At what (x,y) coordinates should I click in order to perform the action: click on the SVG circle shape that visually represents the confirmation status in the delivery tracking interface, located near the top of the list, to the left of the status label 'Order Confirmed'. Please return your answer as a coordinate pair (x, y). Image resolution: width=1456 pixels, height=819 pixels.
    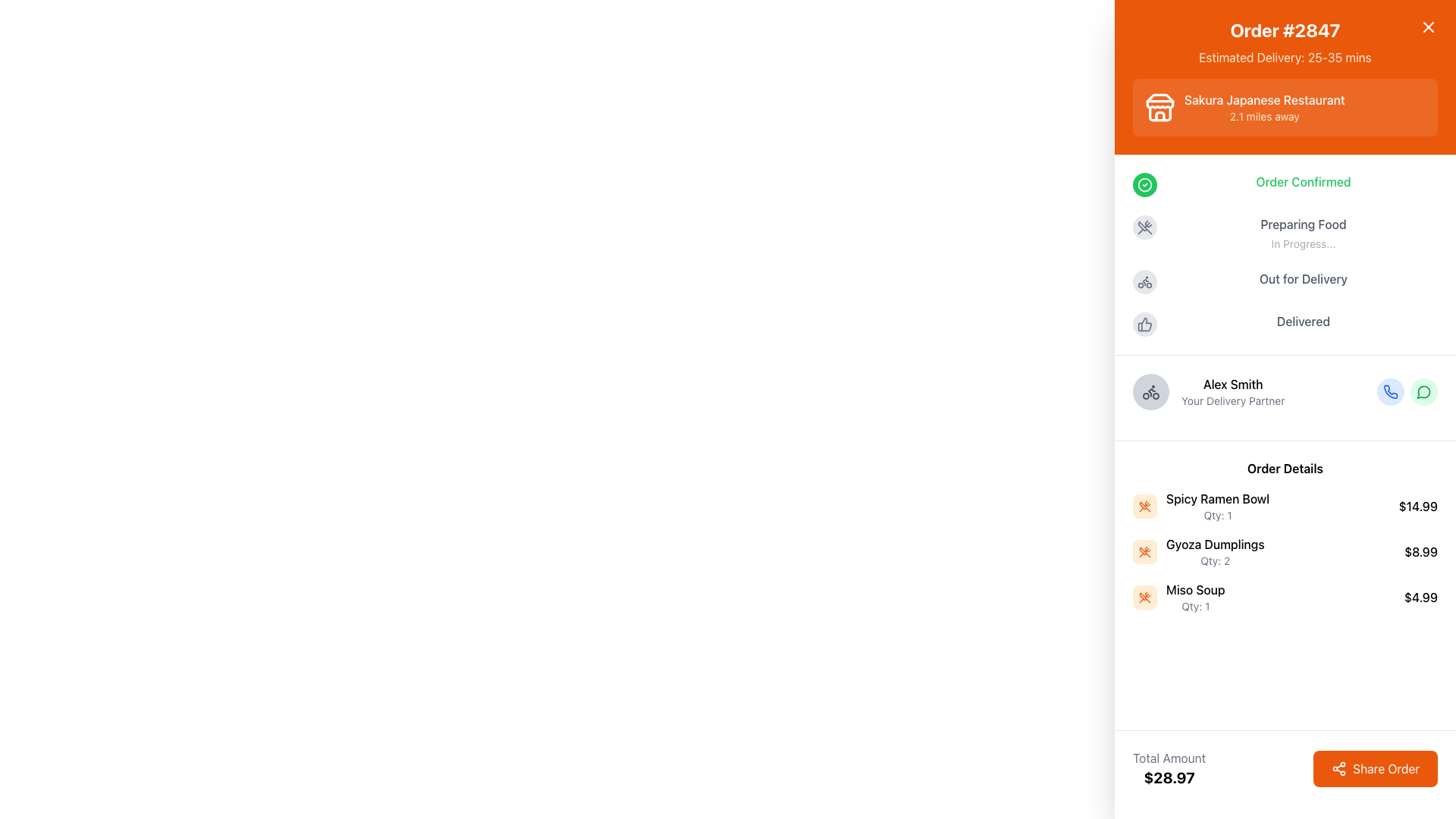
    Looking at the image, I should click on (1145, 184).